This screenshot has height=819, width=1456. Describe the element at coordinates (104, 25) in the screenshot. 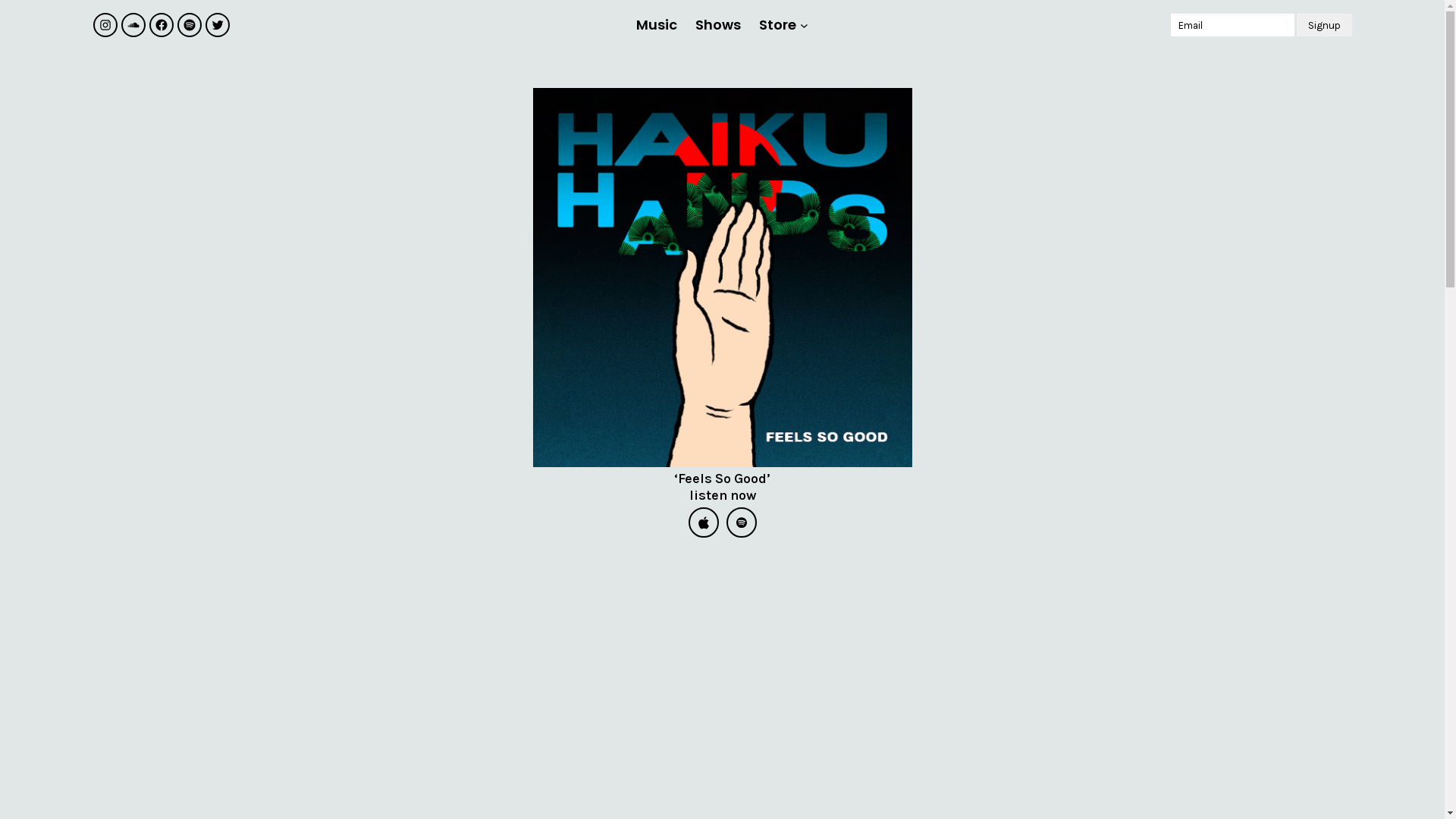

I see `'Instagram'` at that location.